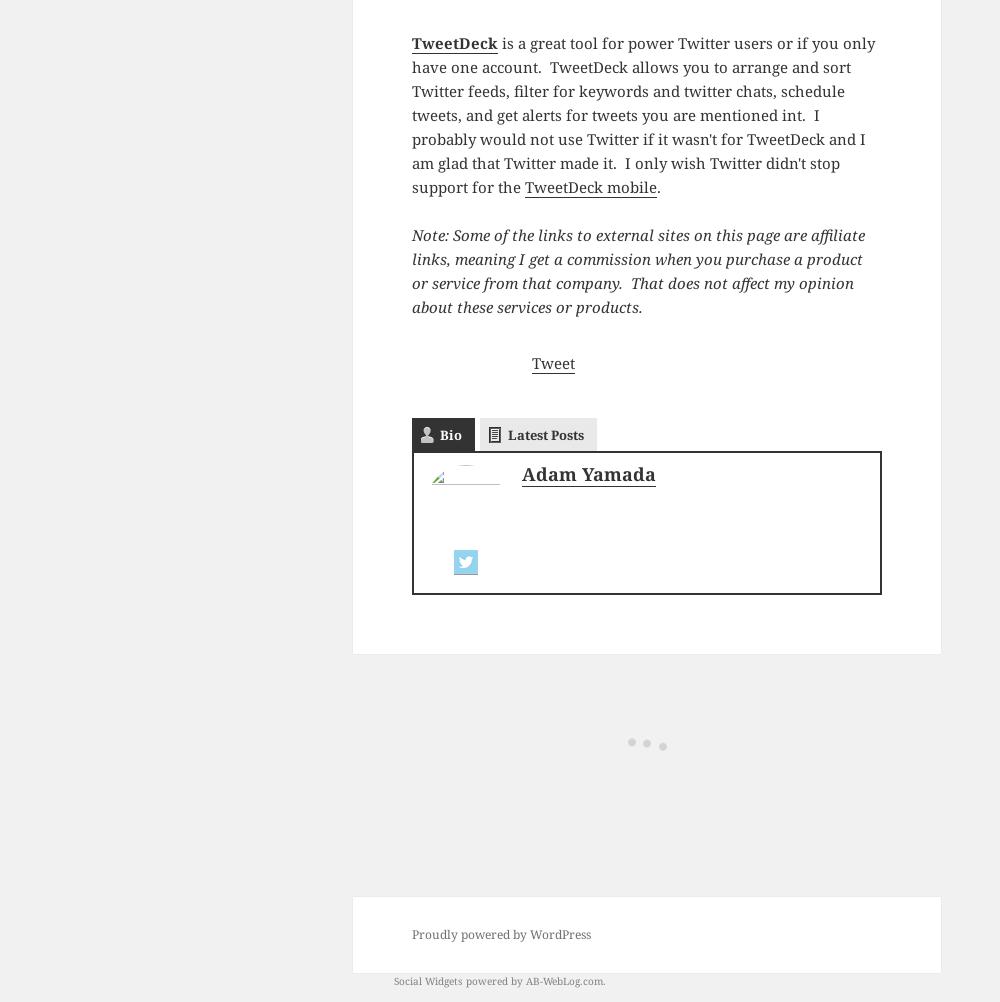  I want to click on 'Social Widgets', so click(428, 979).